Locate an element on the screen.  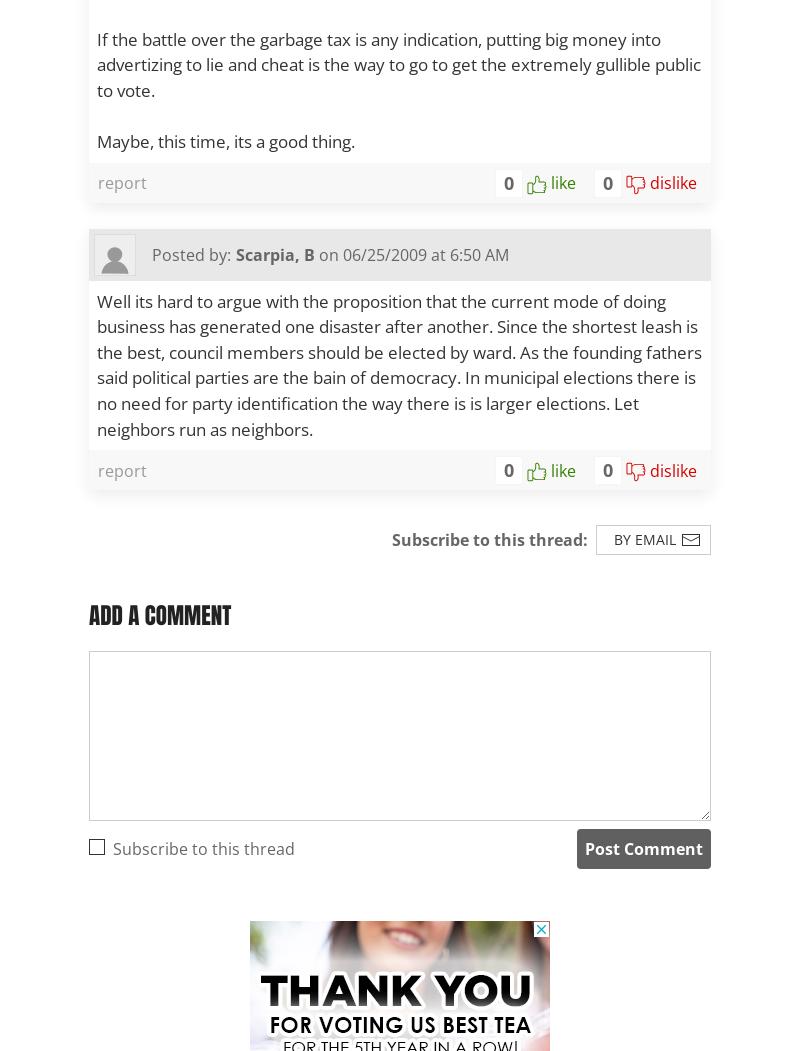
'Subscribe to this thread' is located at coordinates (204, 848).